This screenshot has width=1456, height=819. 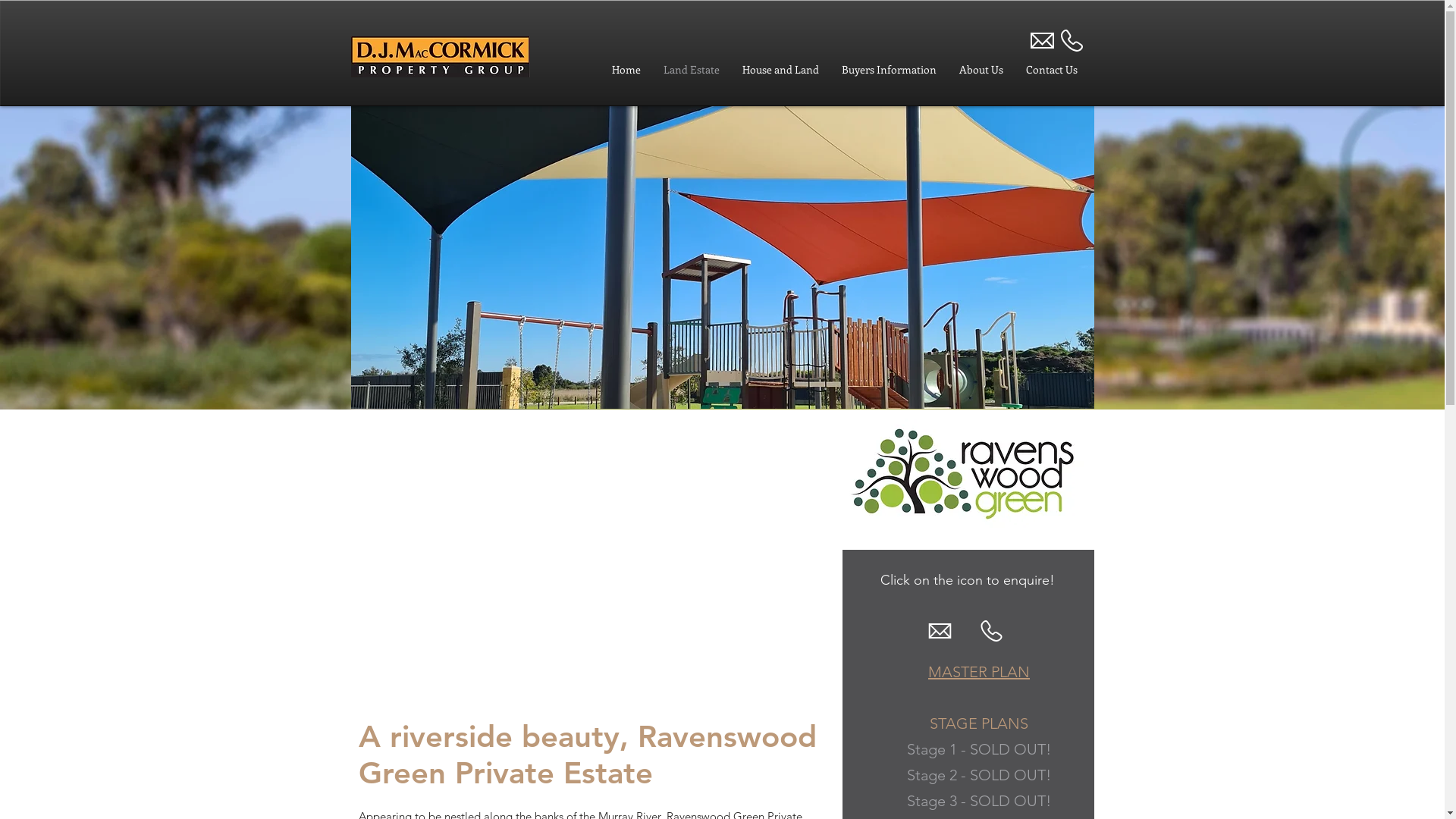 I want to click on 'About Us', so click(x=981, y=70).